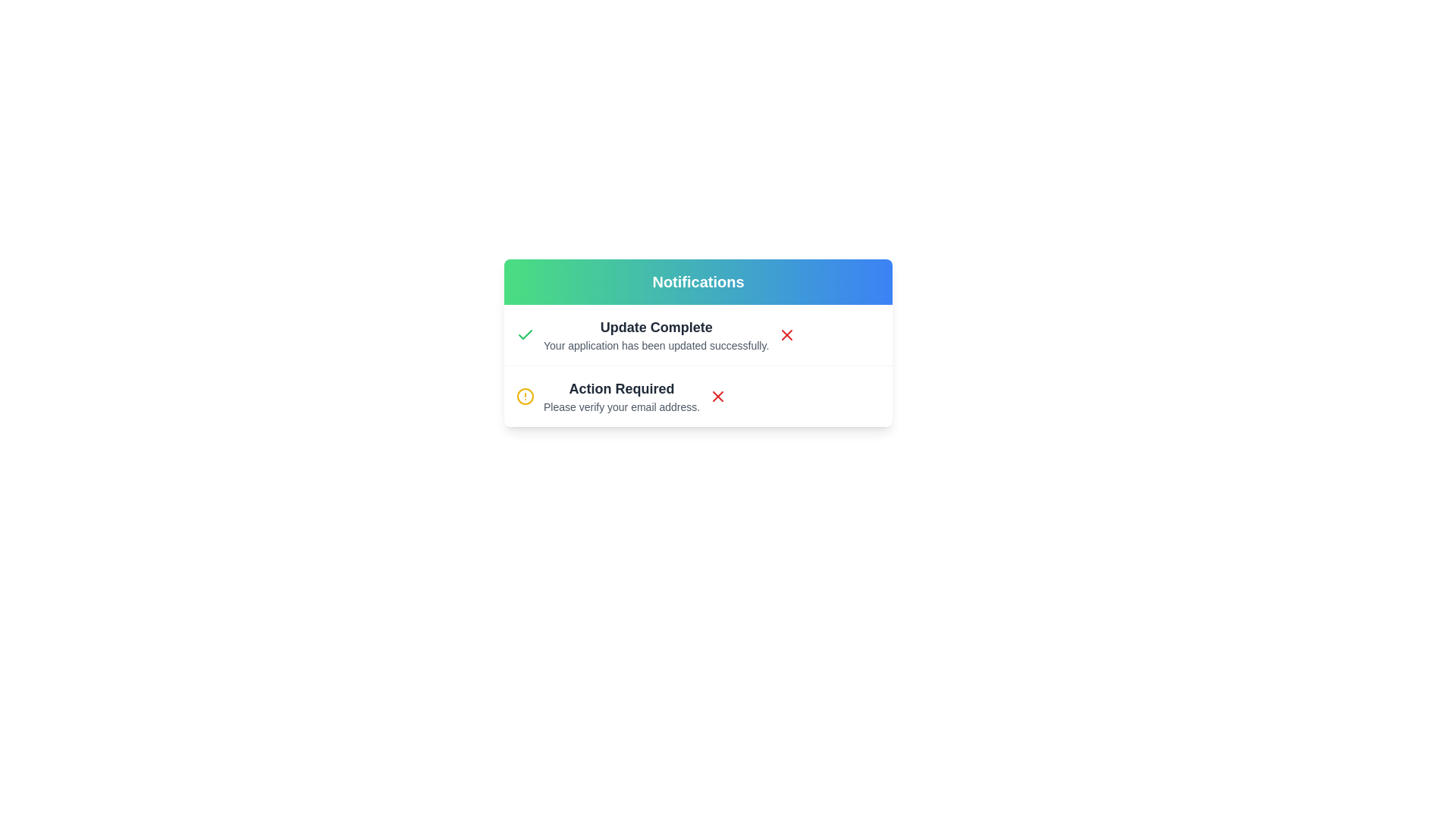  Describe the element at coordinates (698, 366) in the screenshot. I see `the notifications in the Informational message panel, which contains two notifications titled 'Update Complete' and 'Action Required', located in the lower portion of the notification card section beneath the header 'Notifications'` at that location.